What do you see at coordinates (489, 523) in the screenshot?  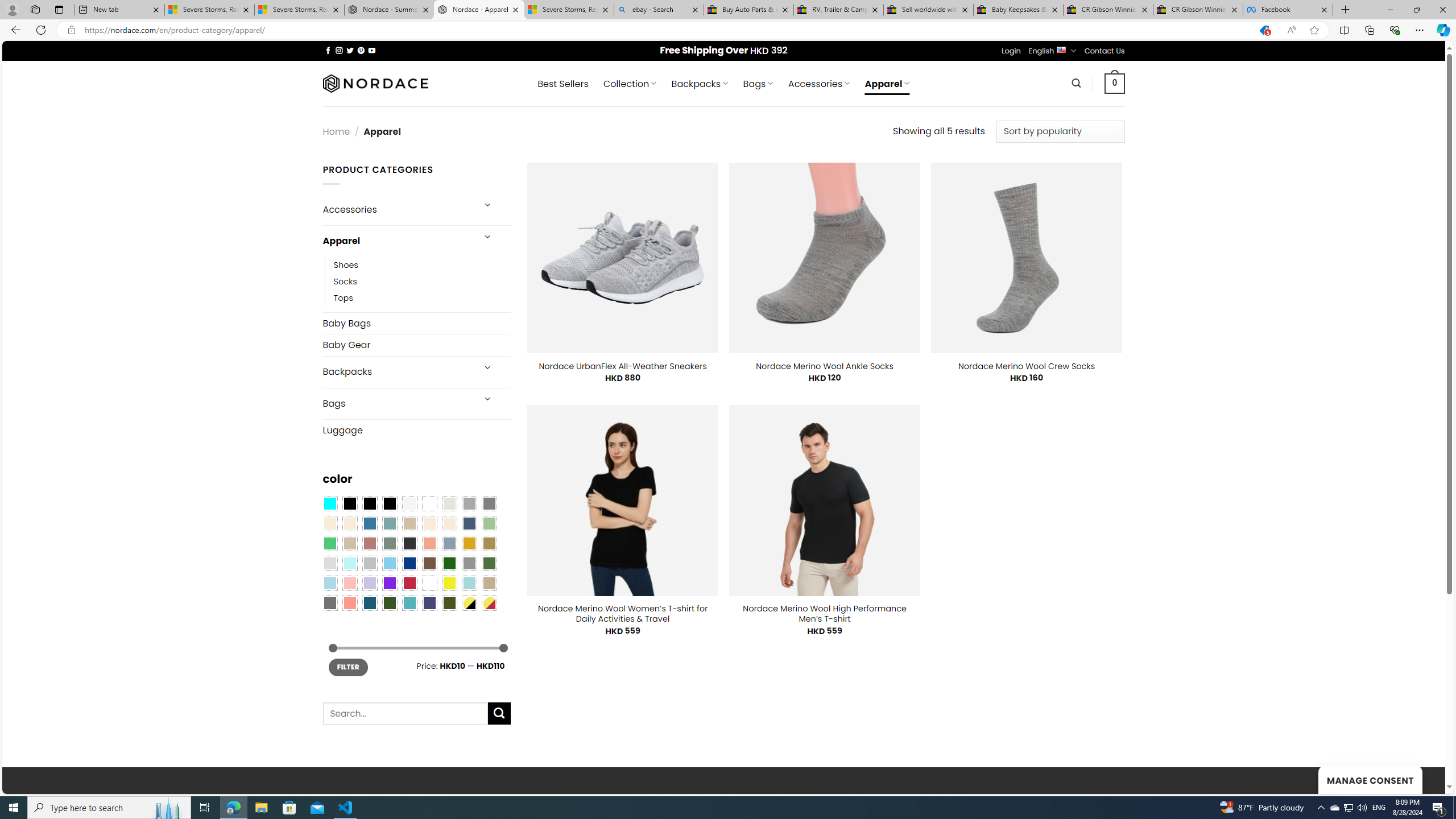 I see `'Light Green'` at bounding box center [489, 523].